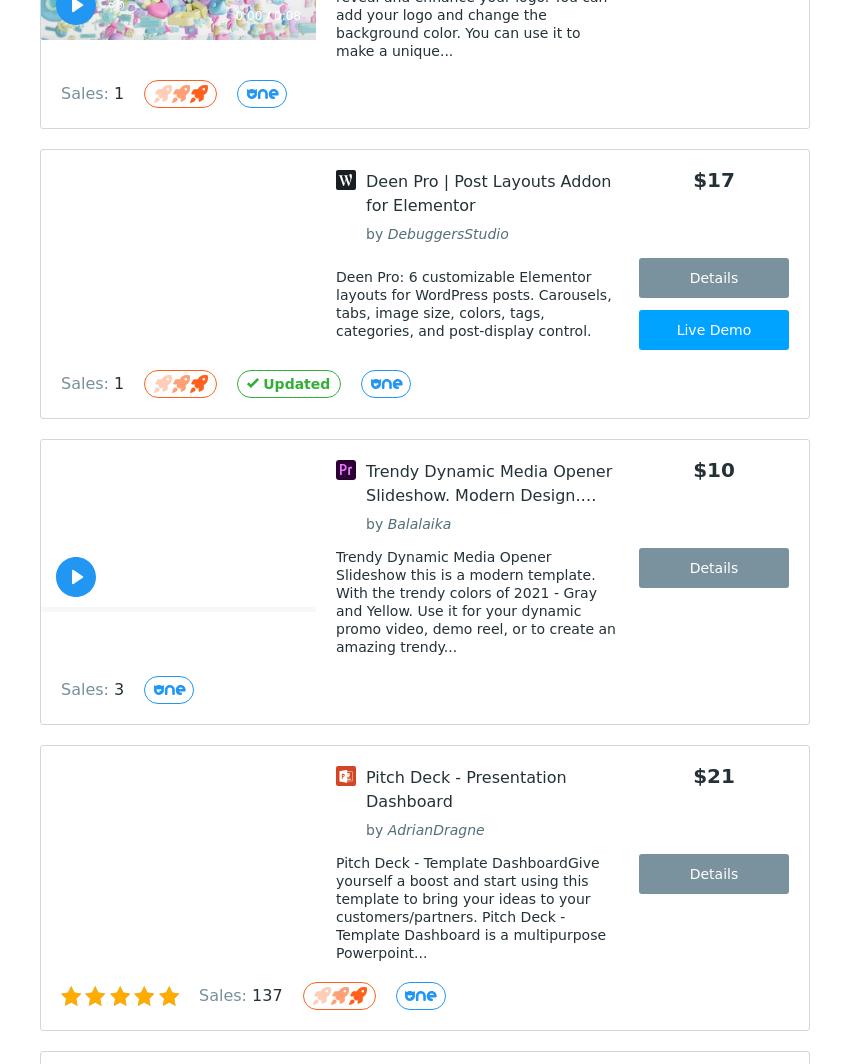 This screenshot has width=850, height=1064. Describe the element at coordinates (692, 180) in the screenshot. I see `'$17'` at that location.